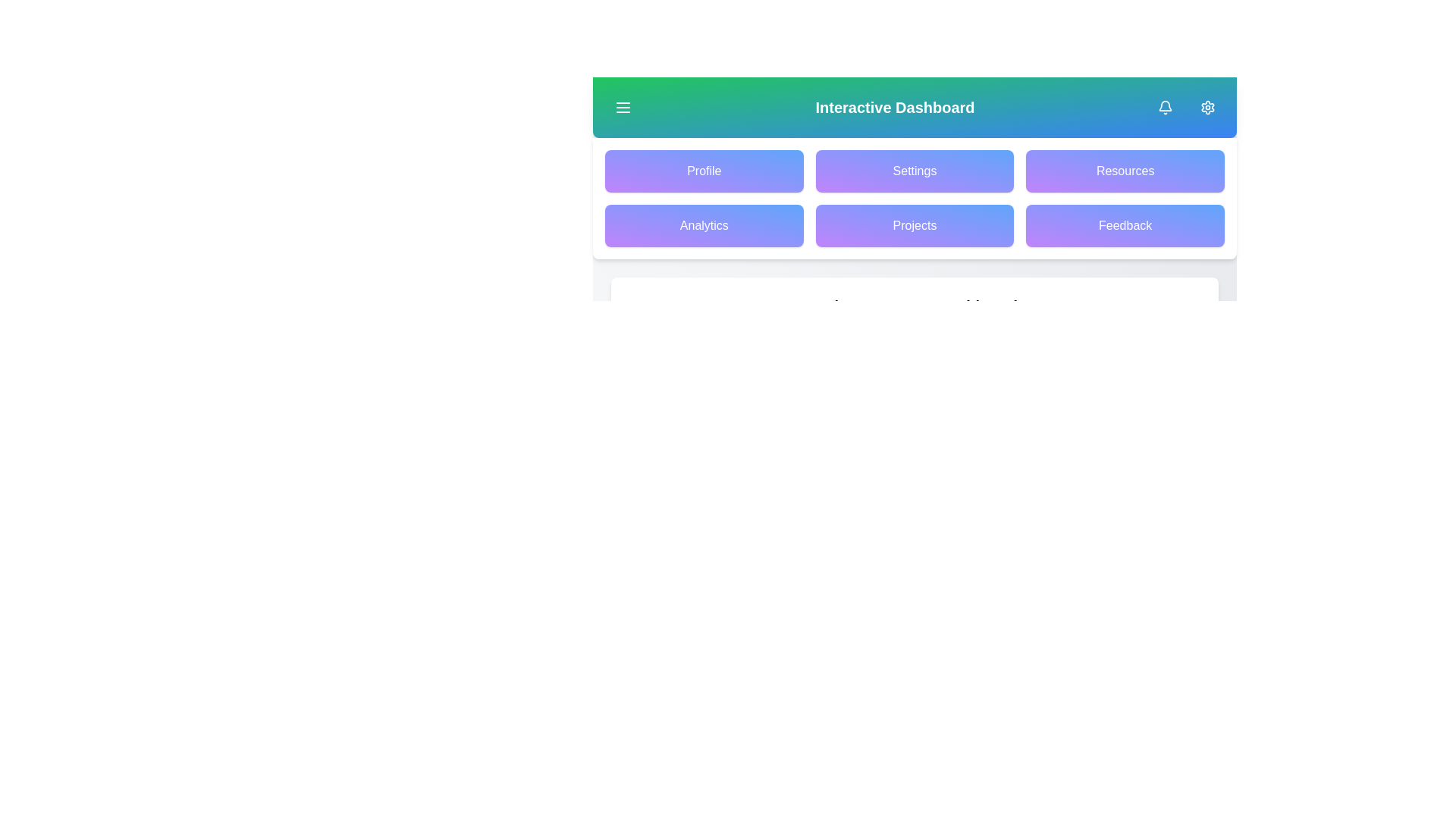 Image resolution: width=1456 pixels, height=819 pixels. What do you see at coordinates (1125, 171) in the screenshot?
I see `the Resources button to navigate to the corresponding section` at bounding box center [1125, 171].